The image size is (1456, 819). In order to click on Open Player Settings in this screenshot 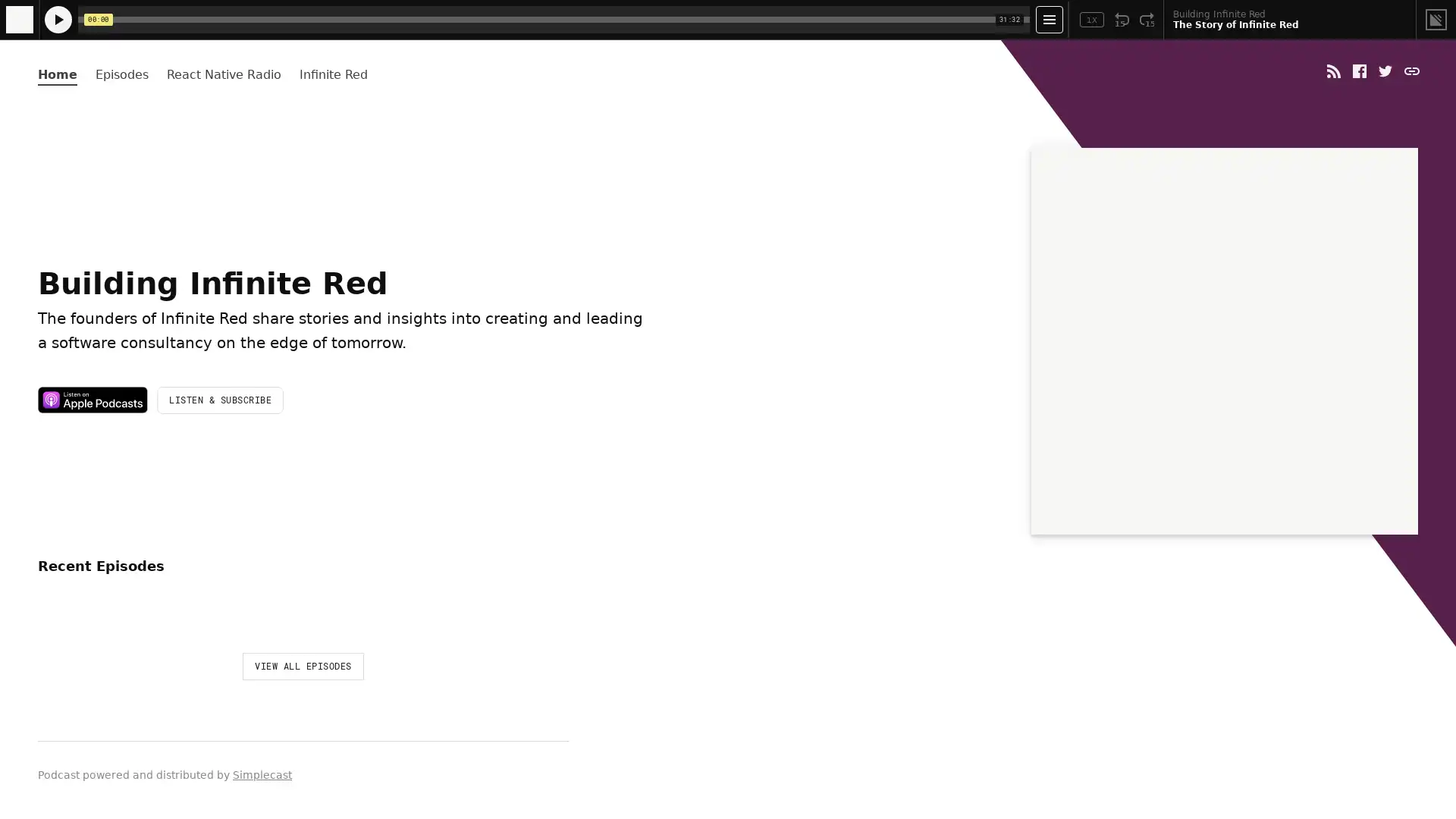, I will do `click(1048, 20)`.